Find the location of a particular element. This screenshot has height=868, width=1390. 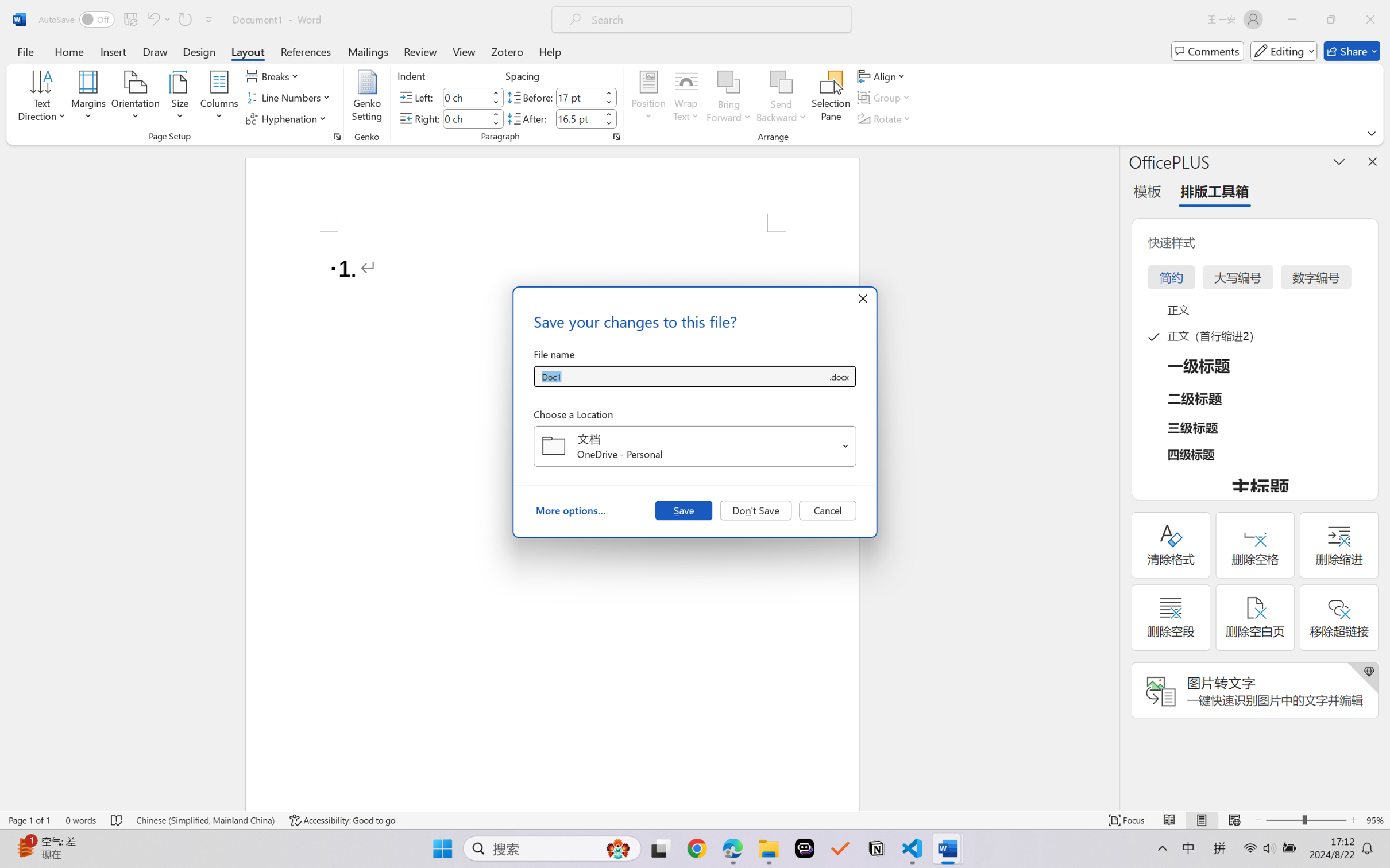

'Rotate' is located at coordinates (885, 119).